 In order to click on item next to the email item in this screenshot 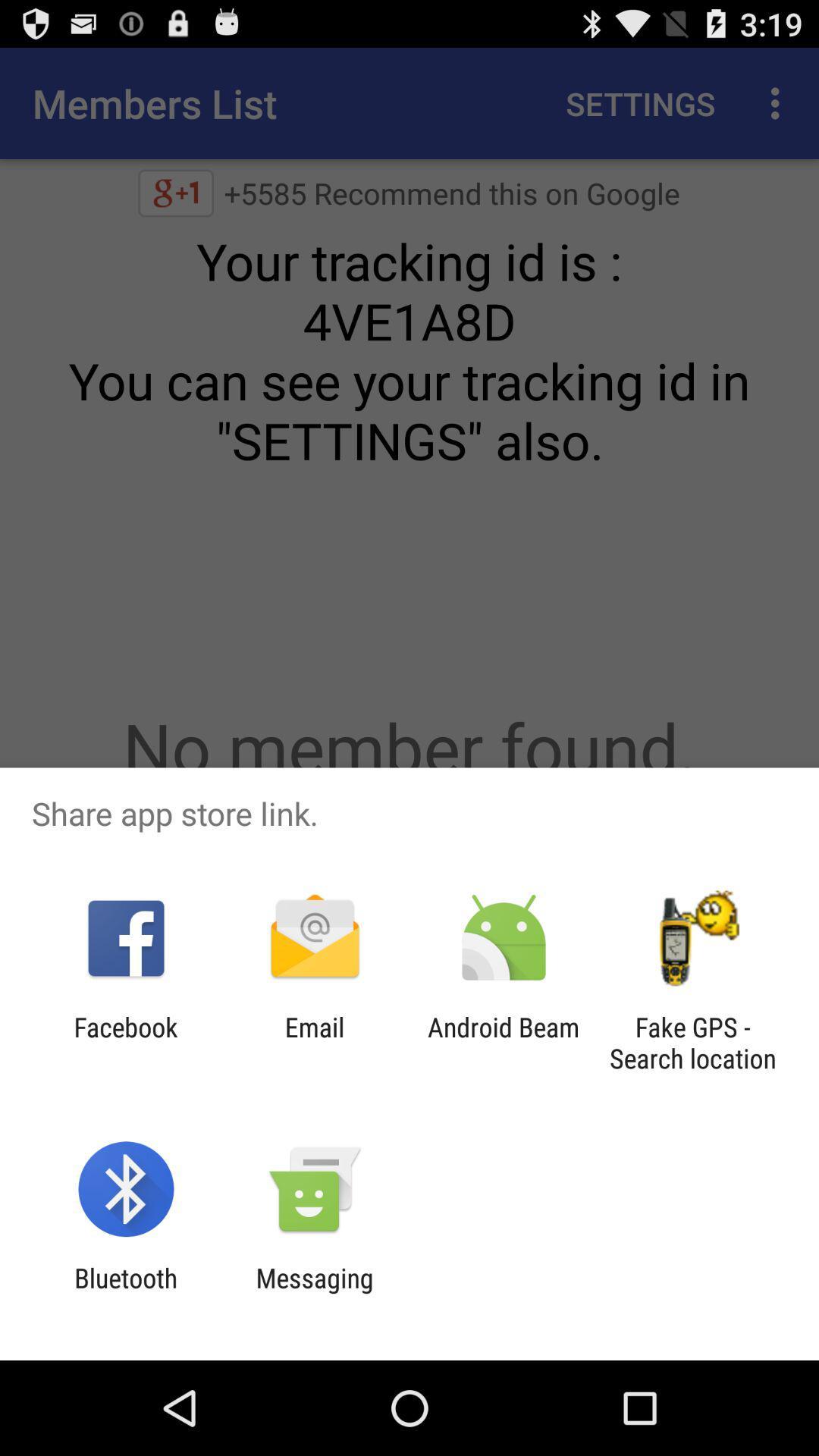, I will do `click(125, 1042)`.